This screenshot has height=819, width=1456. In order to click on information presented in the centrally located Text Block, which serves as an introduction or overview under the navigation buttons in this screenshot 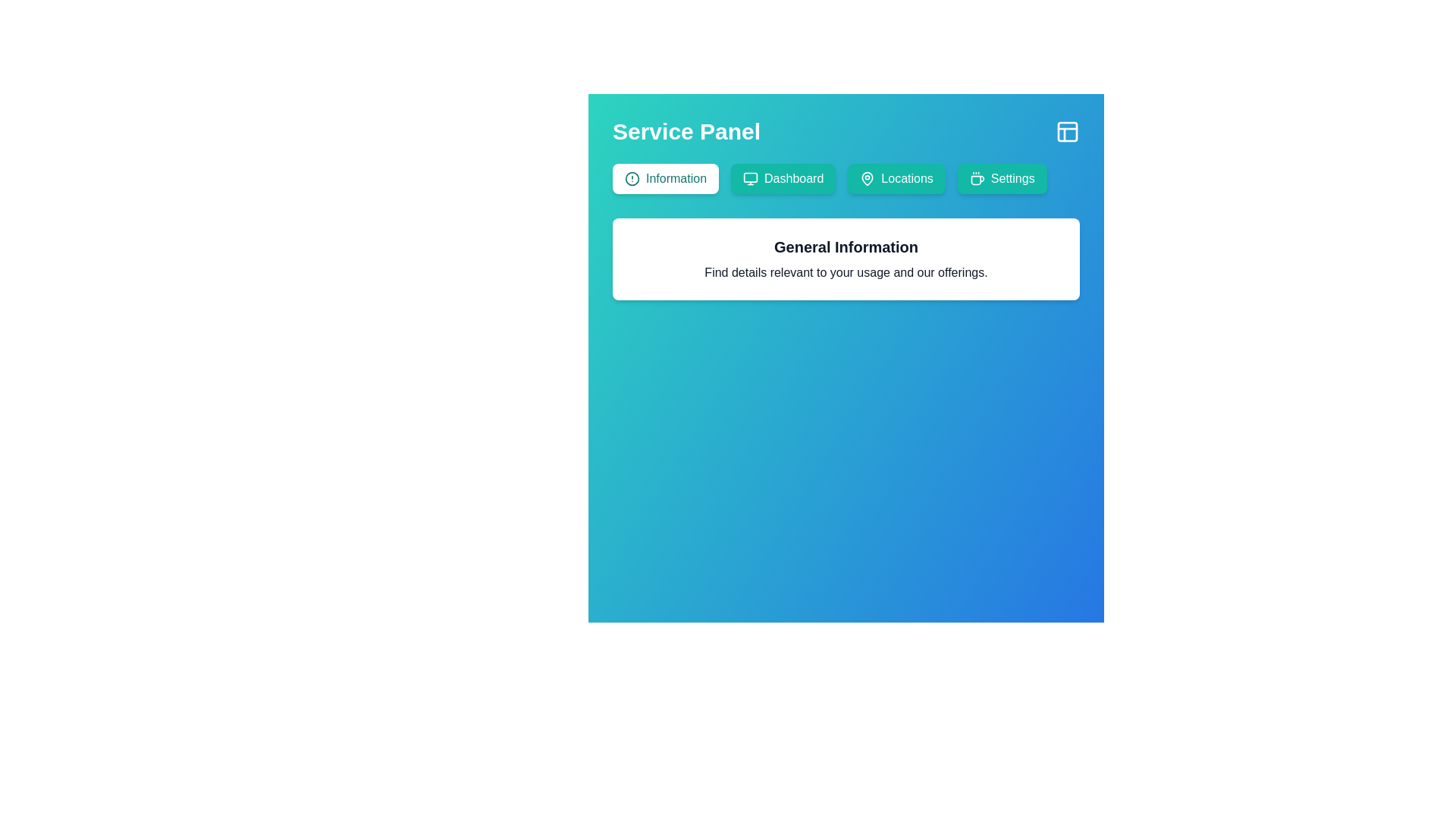, I will do `click(846, 259)`.